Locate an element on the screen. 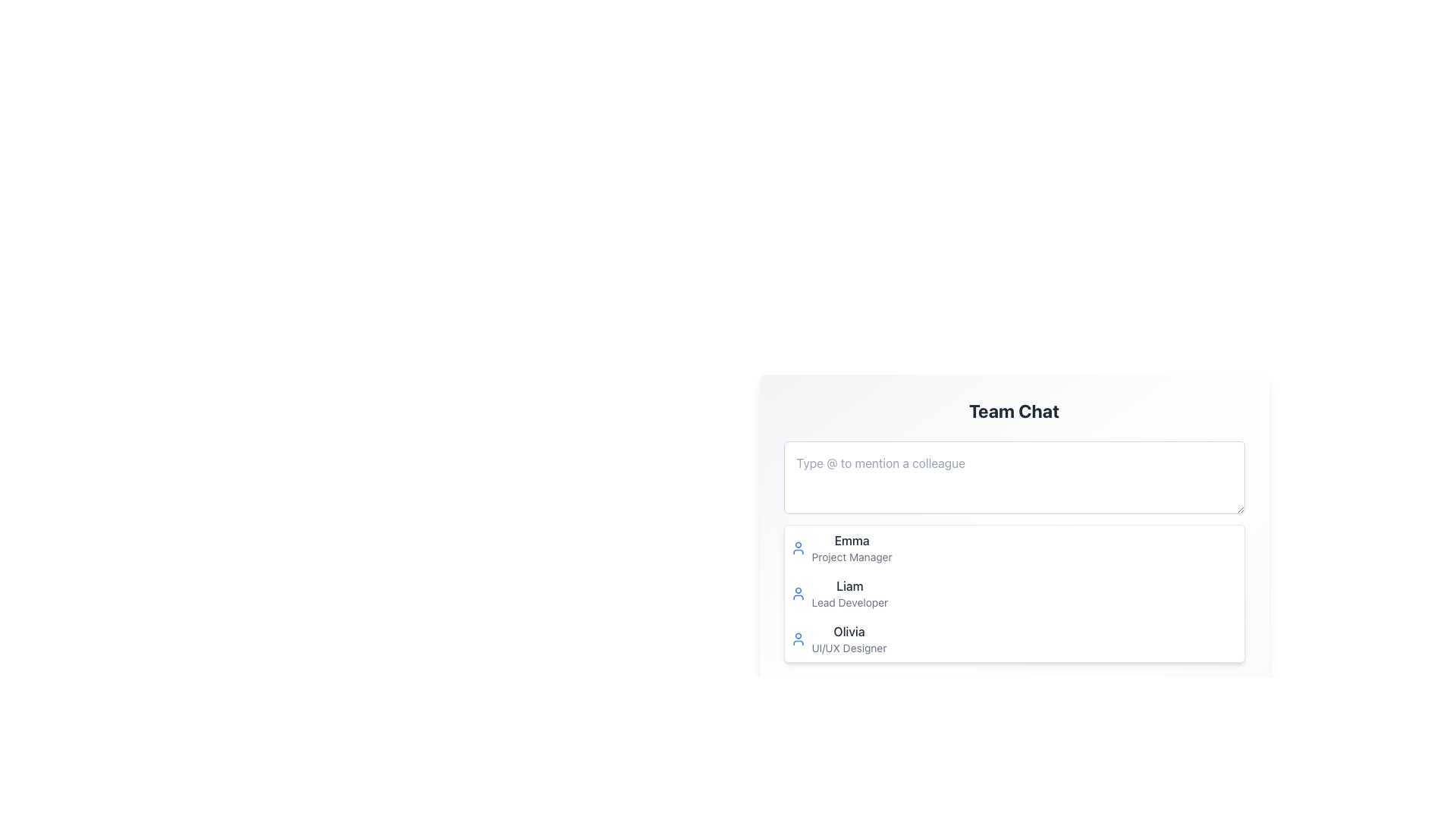 The image size is (1456, 819). the text block displaying 'Emma, Project Manager' is located at coordinates (852, 548).